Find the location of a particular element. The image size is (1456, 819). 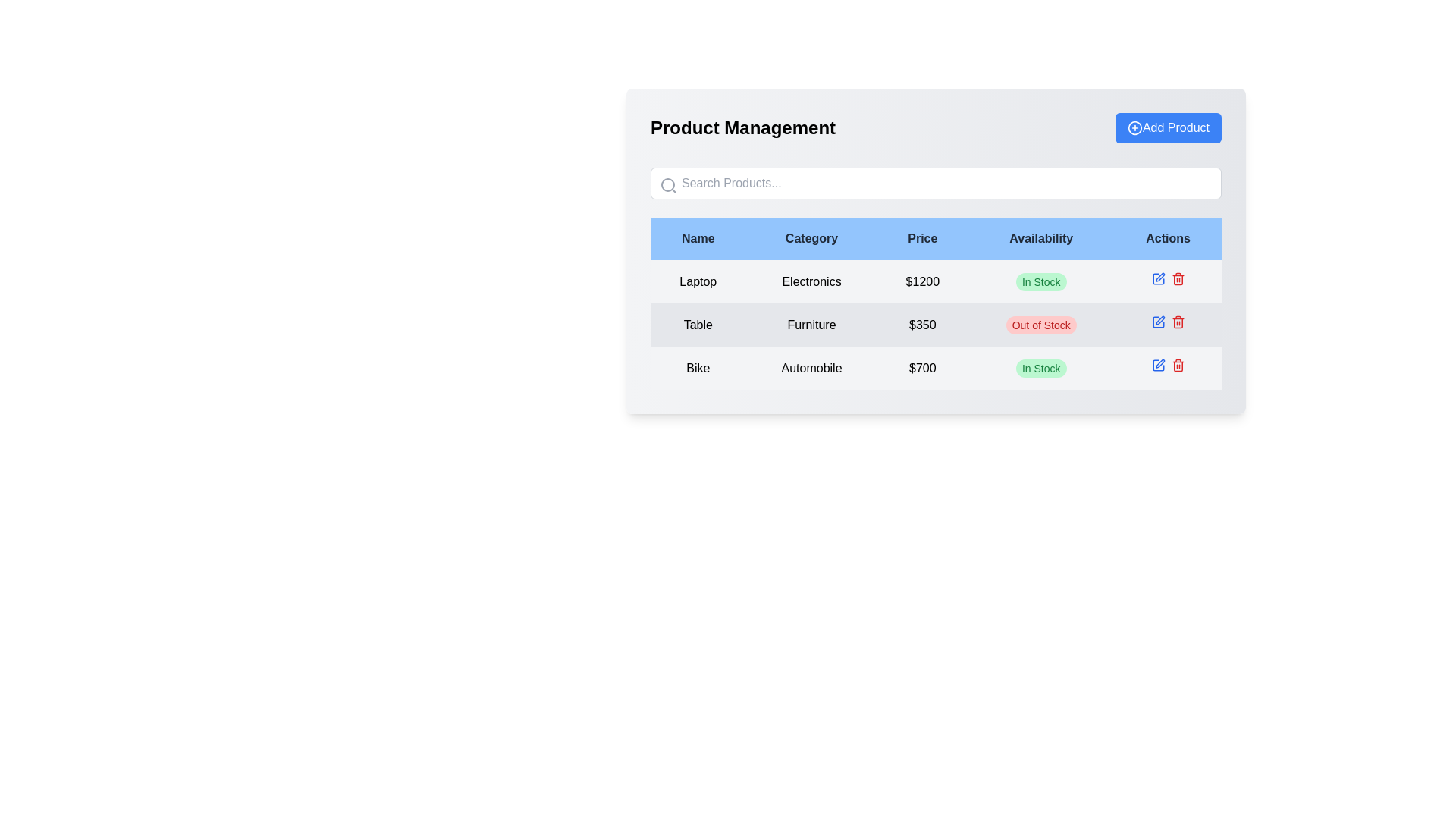

the 'Add Product' button which contains the circular icon with a plus sign, located at the upper right corner of the interface is located at coordinates (1135, 127).